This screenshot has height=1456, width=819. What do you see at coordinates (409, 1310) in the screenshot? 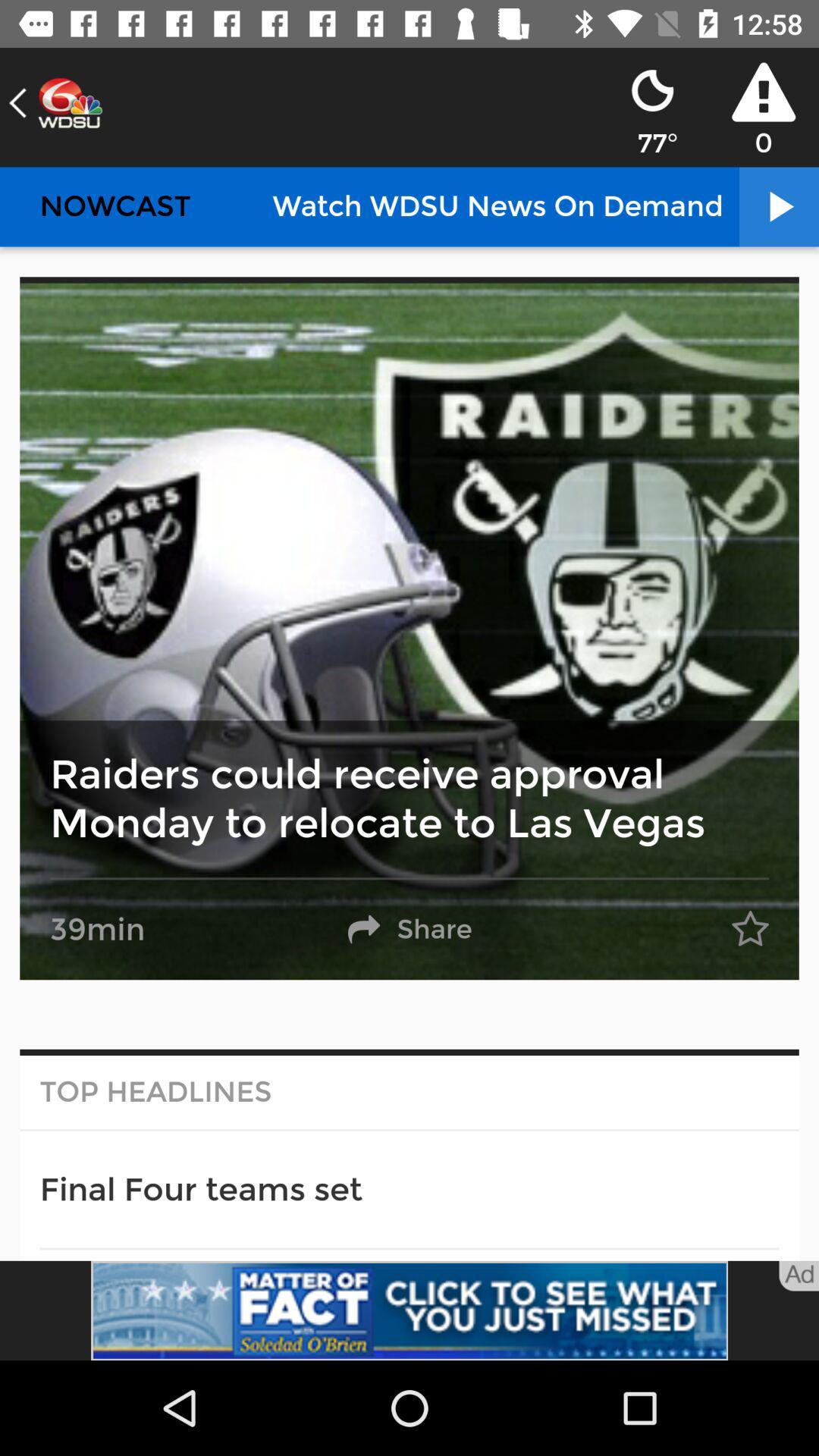
I see `advertisement` at bounding box center [409, 1310].